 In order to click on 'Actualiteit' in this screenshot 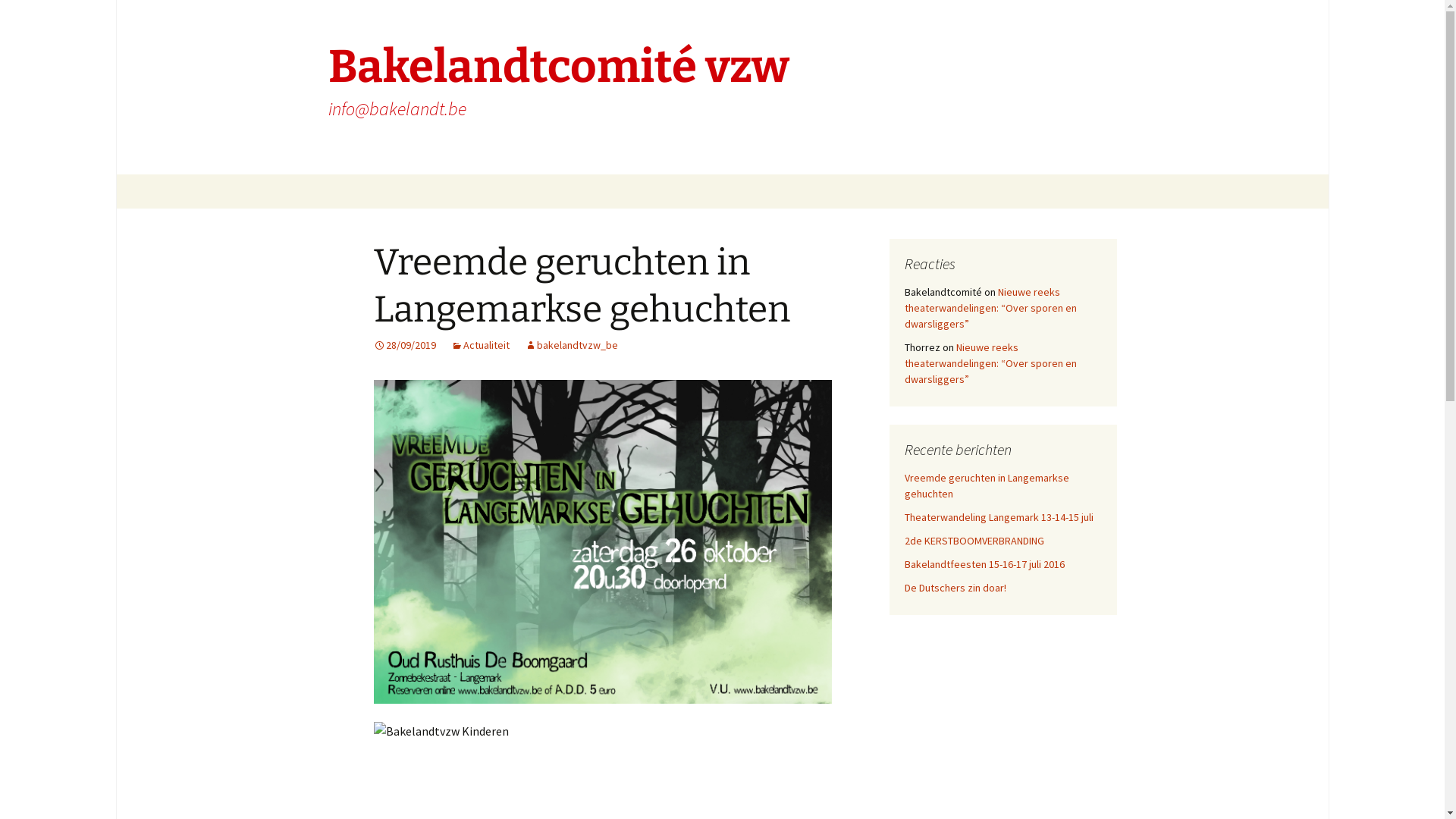, I will do `click(479, 345)`.